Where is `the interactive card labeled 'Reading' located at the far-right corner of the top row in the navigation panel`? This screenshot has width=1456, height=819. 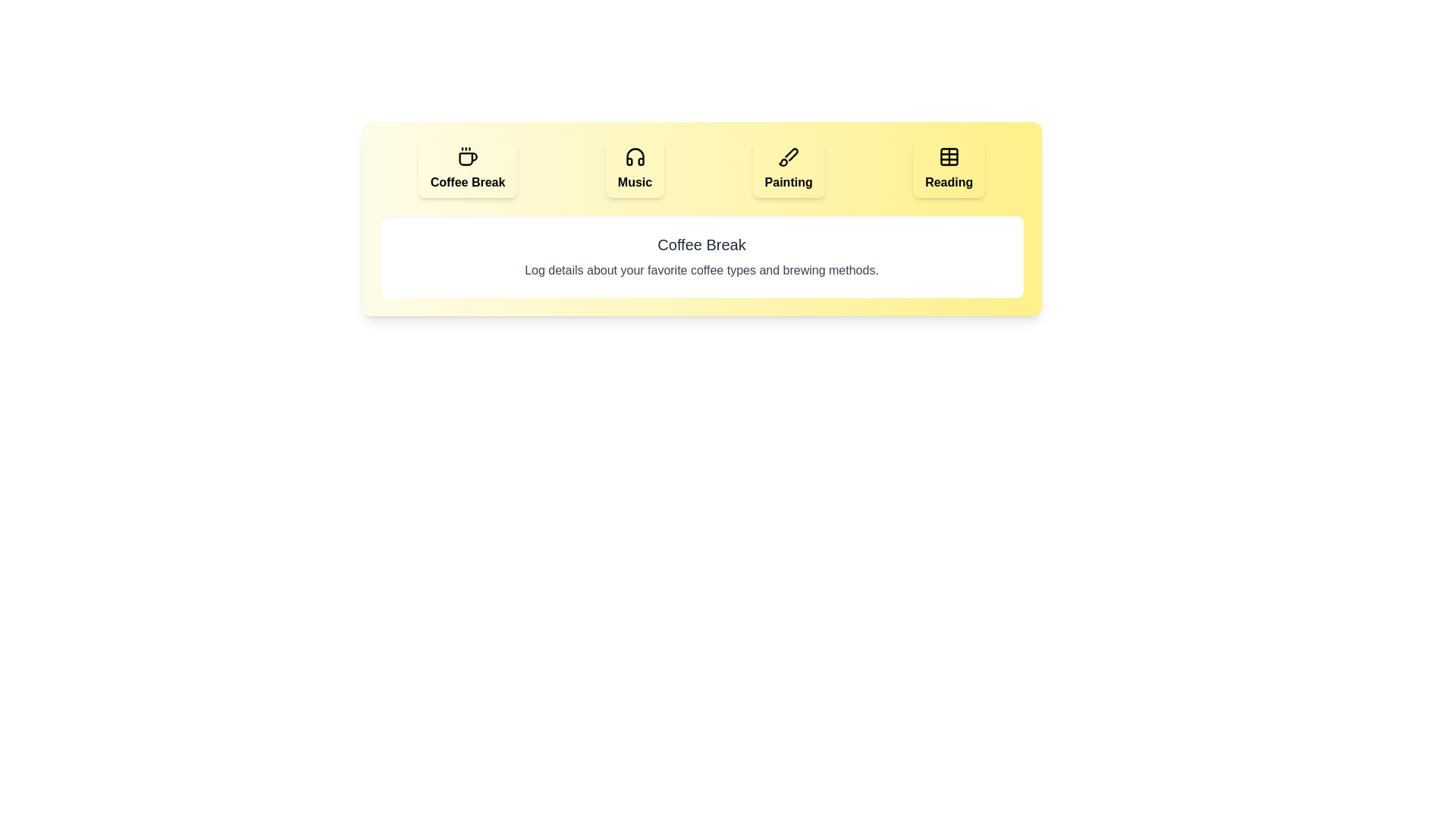 the interactive card labeled 'Reading' located at the far-right corner of the top row in the navigation panel is located at coordinates (948, 181).